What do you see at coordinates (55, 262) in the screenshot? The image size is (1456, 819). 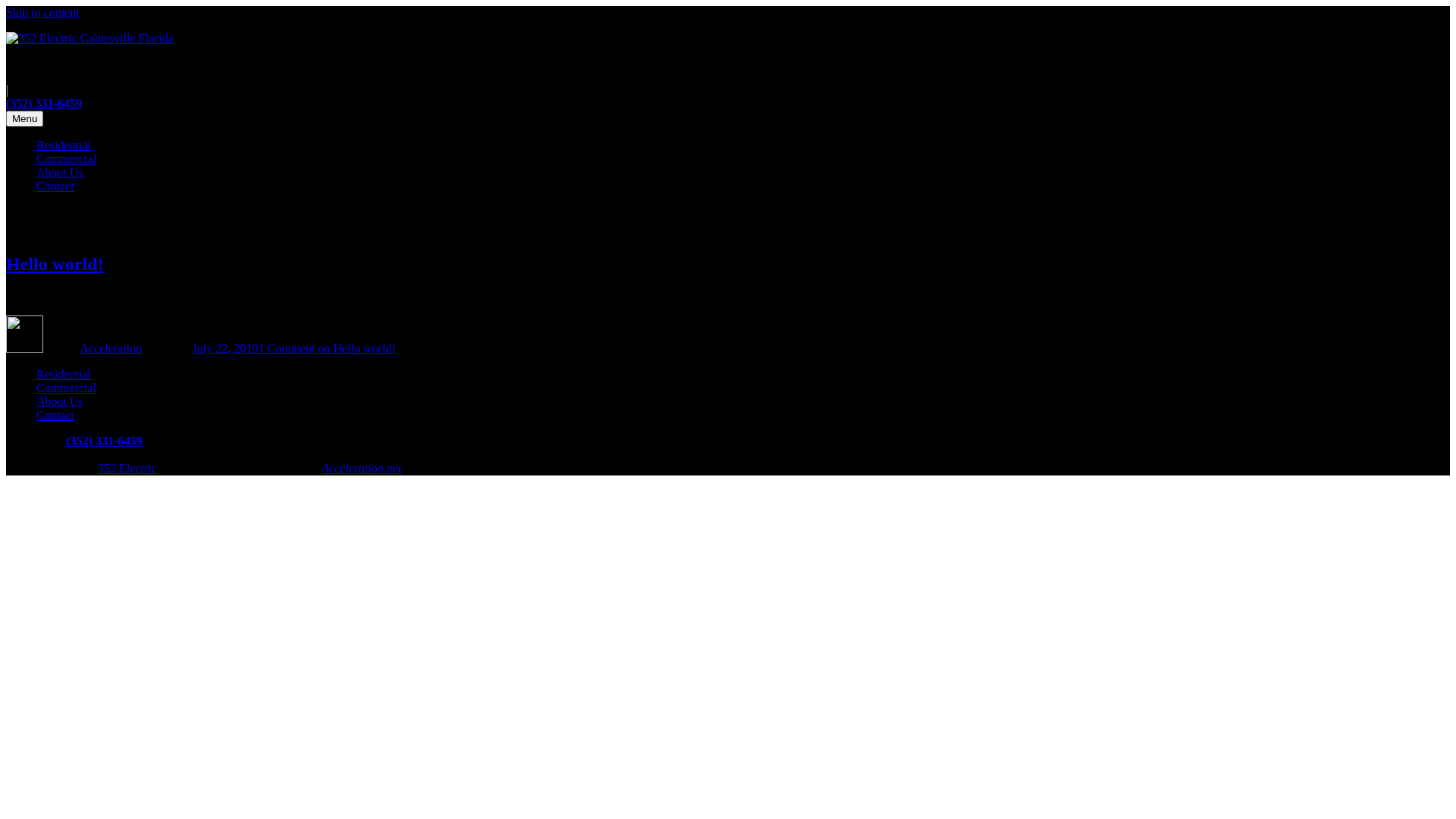 I see `'Hello world!'` at bounding box center [55, 262].